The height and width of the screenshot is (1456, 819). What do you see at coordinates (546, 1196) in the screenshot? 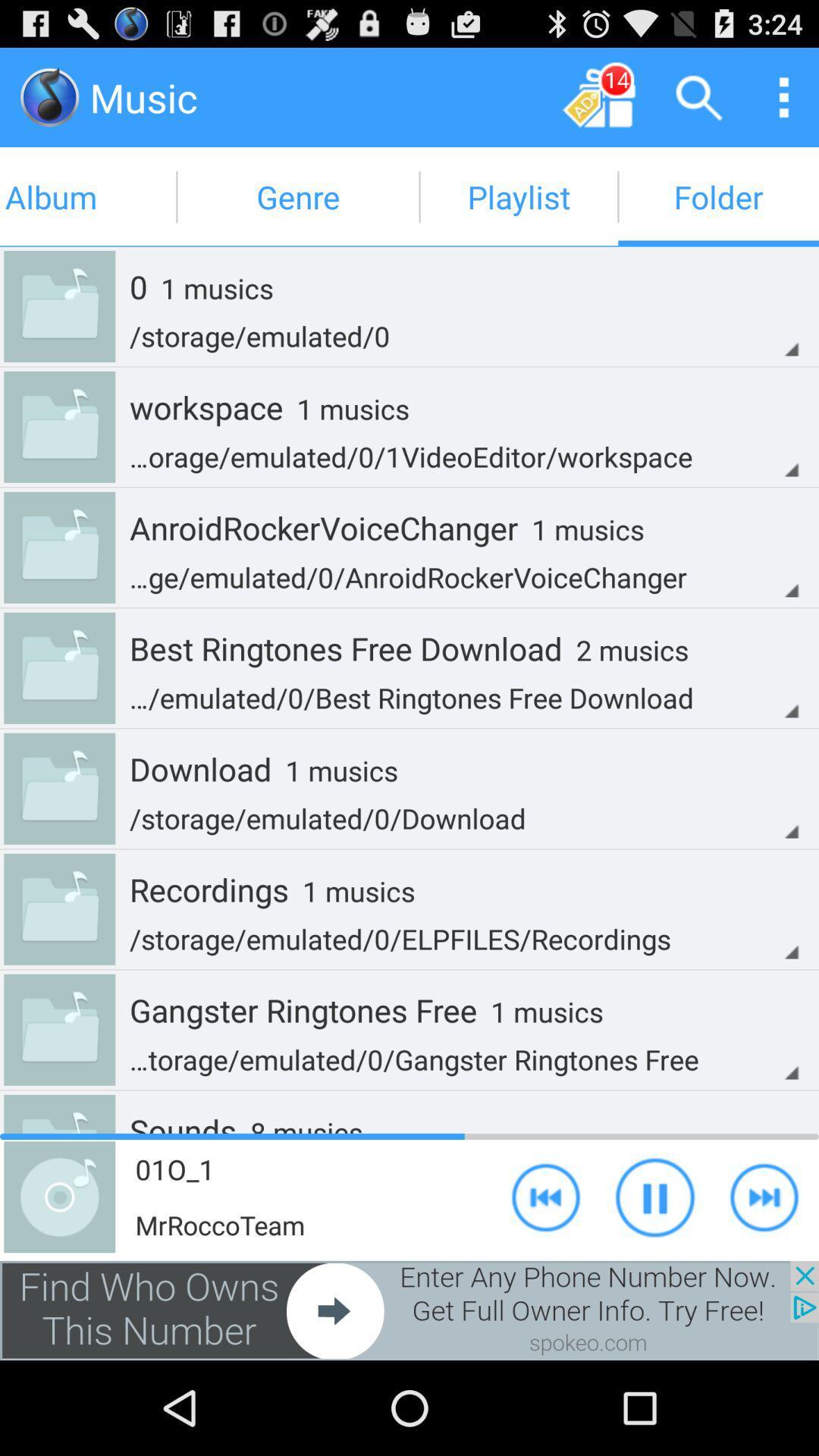
I see `next` at bounding box center [546, 1196].